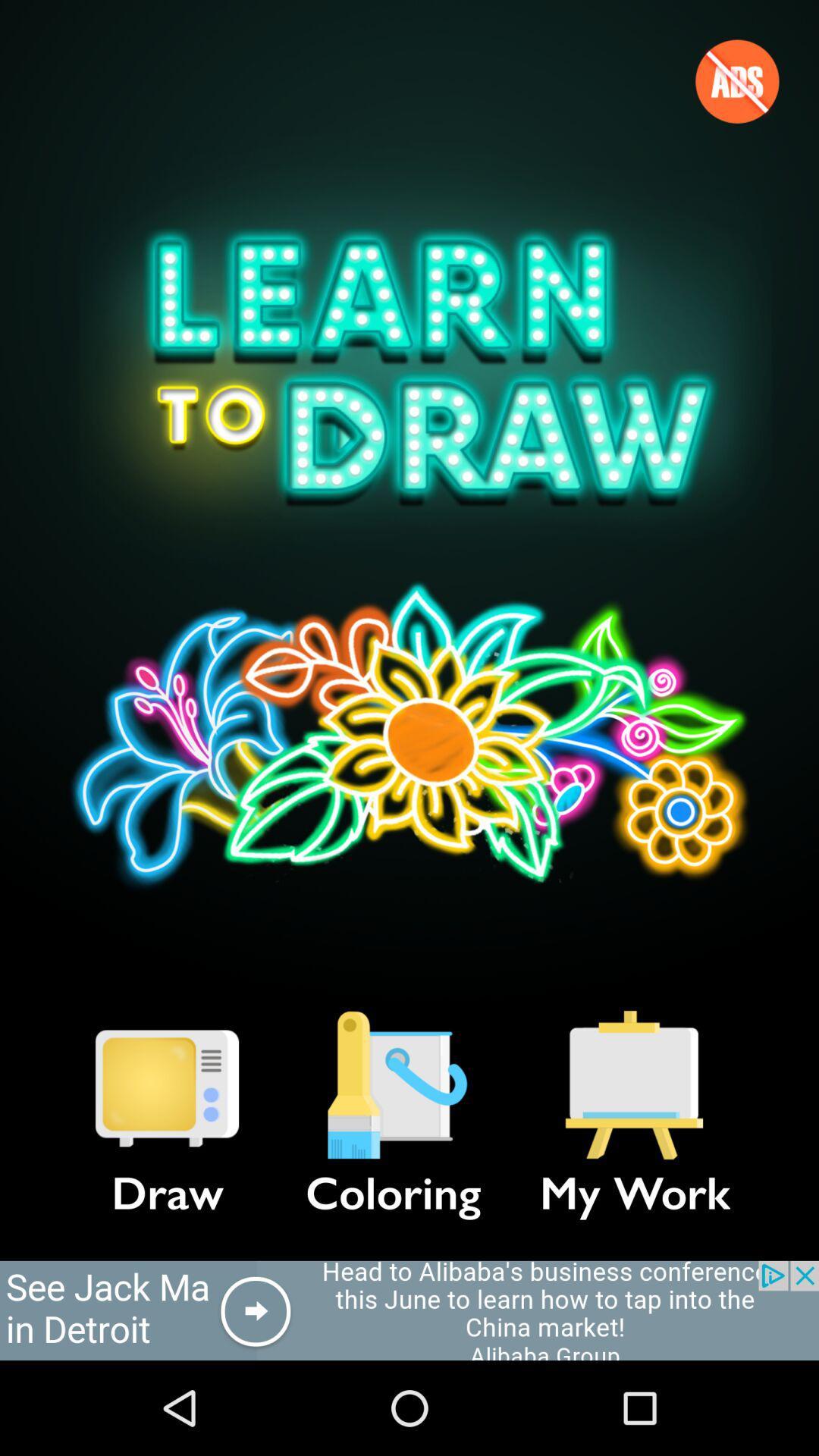 Image resolution: width=819 pixels, height=1456 pixels. I want to click on item next to the coloring item, so click(167, 1084).